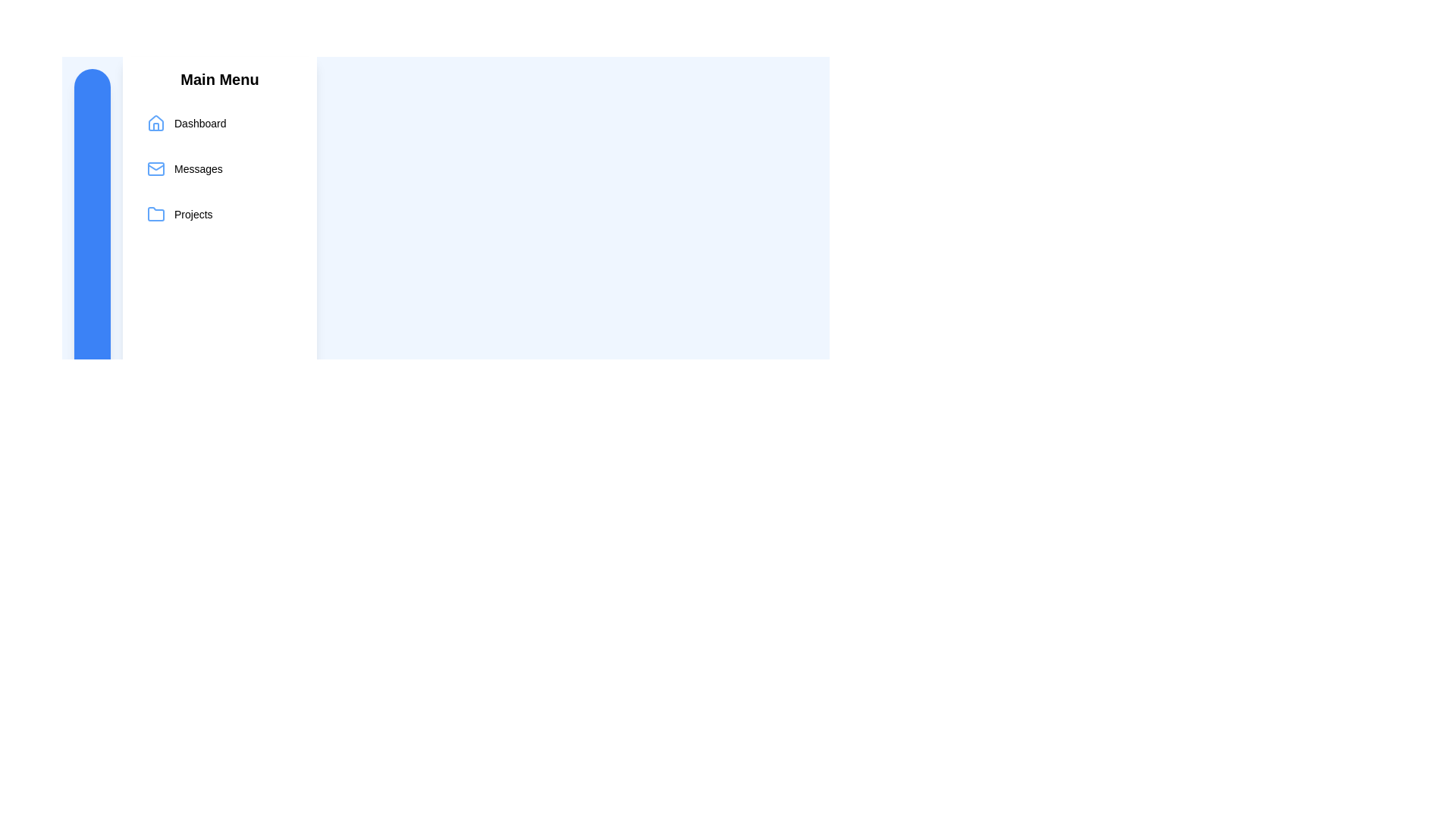 This screenshot has width=1456, height=819. Describe the element at coordinates (218, 214) in the screenshot. I see `the menu item Projects in the drawer` at that location.